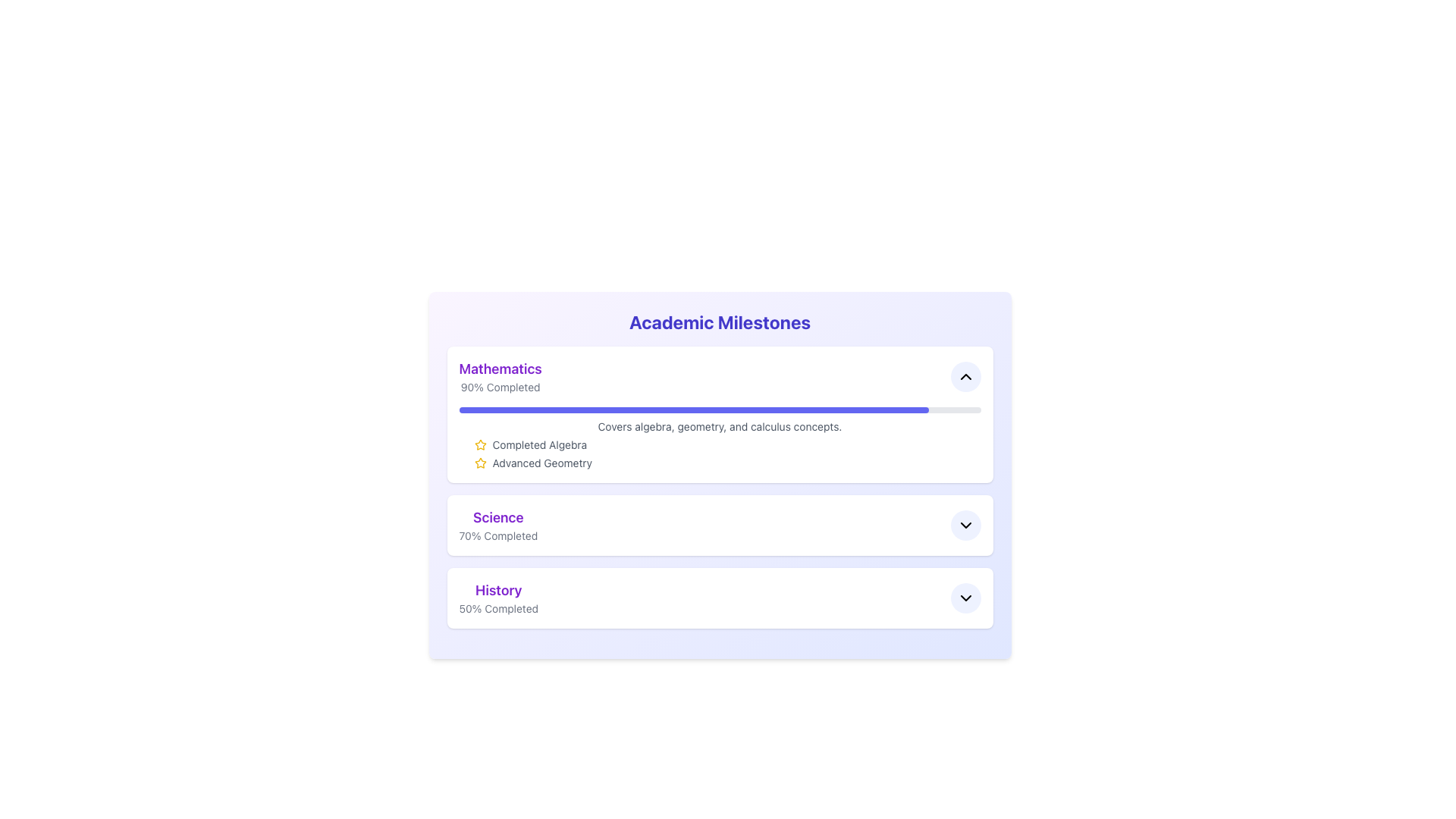 This screenshot has height=819, width=1456. Describe the element at coordinates (693, 409) in the screenshot. I see `the Progress Bar representing the completion of the 'Mathematics' milestone, which shows that 90% of the milestone has been achieved, located beneath the '90% Completed' text` at that location.